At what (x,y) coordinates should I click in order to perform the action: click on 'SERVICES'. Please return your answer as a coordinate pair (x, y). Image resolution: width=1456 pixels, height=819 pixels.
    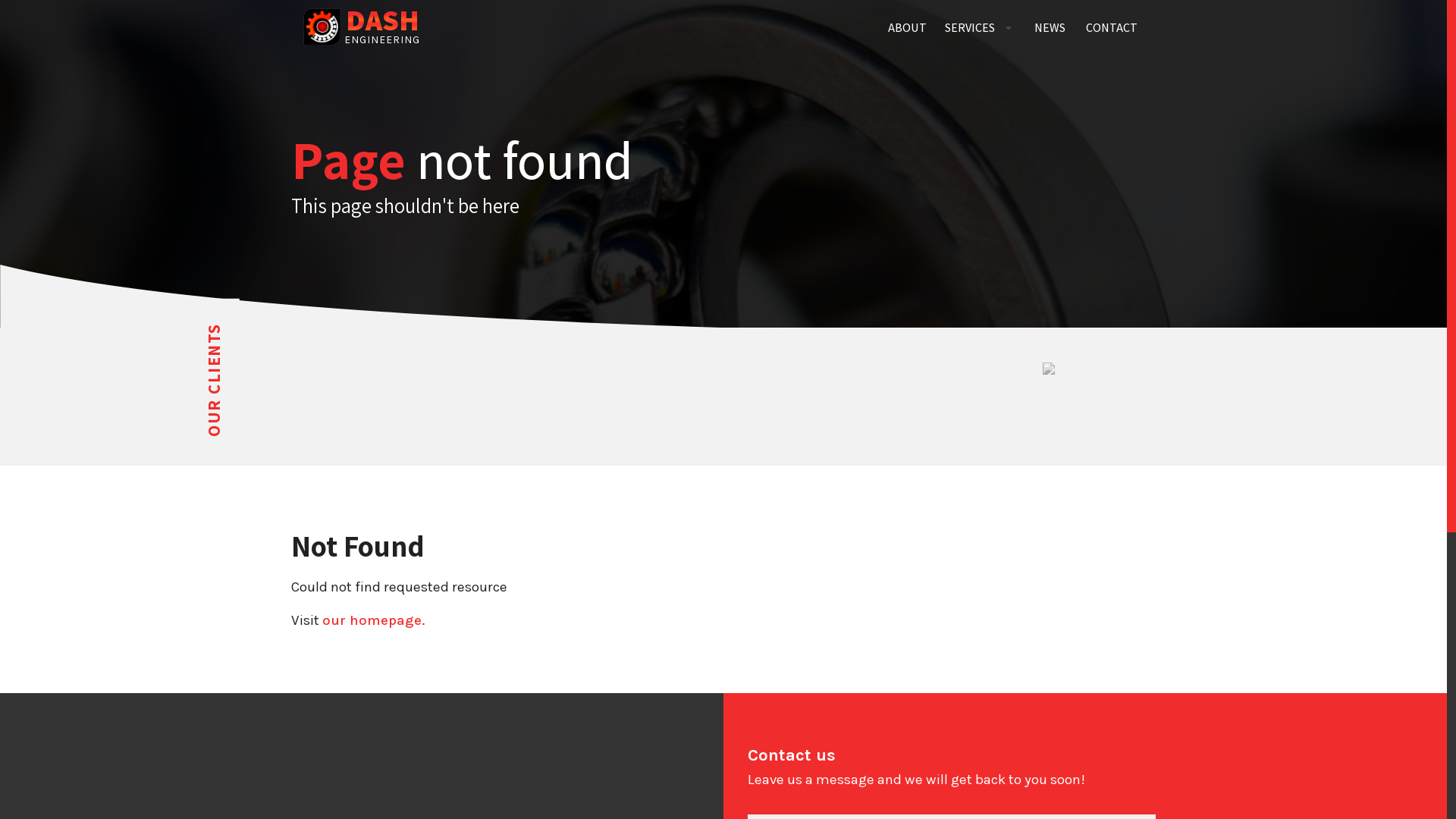
    Looking at the image, I should click on (979, 28).